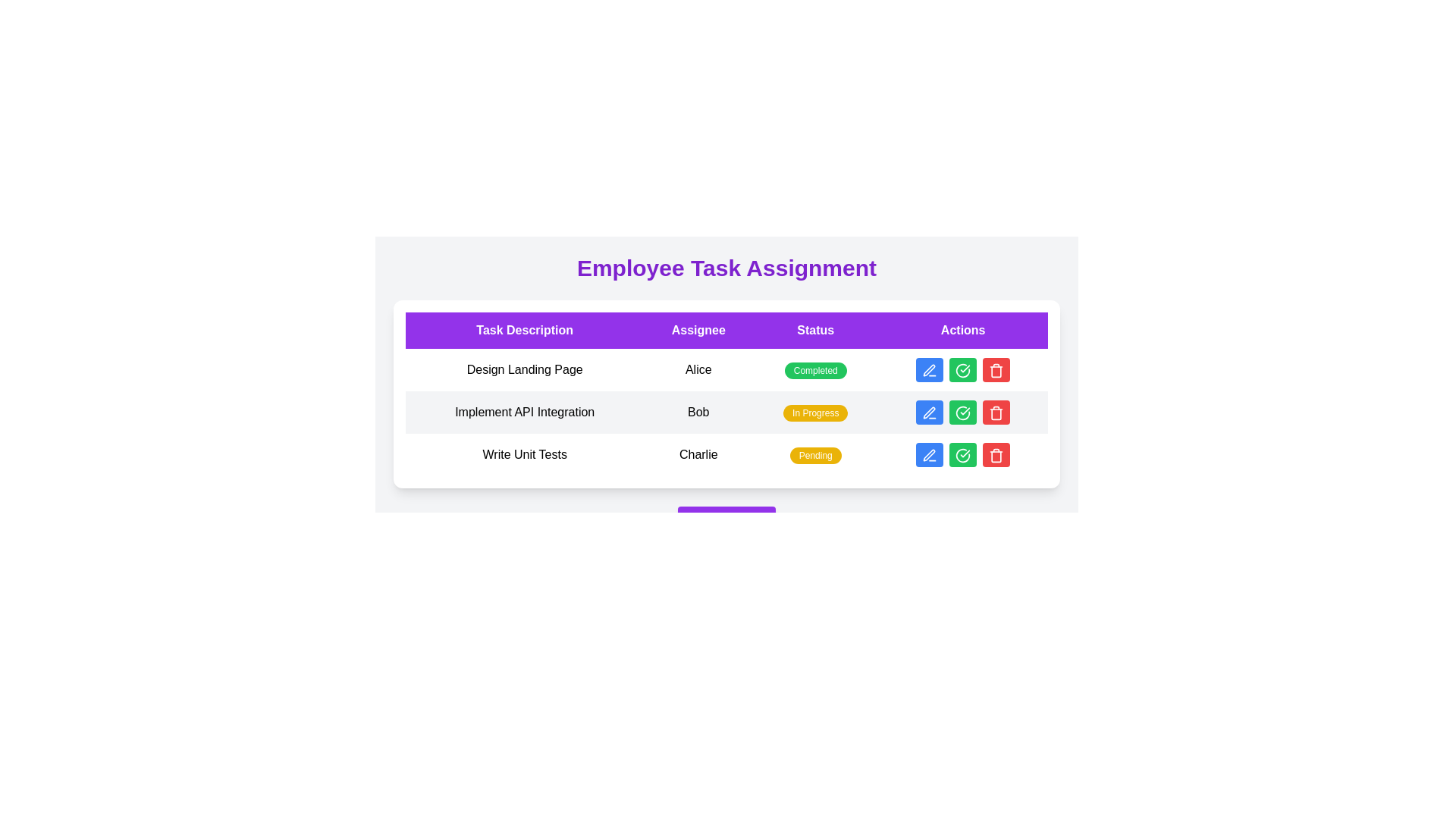  What do you see at coordinates (929, 454) in the screenshot?
I see `the blue rounded button with a pen icon located in the 'Actions' column for 'Charlie'` at bounding box center [929, 454].